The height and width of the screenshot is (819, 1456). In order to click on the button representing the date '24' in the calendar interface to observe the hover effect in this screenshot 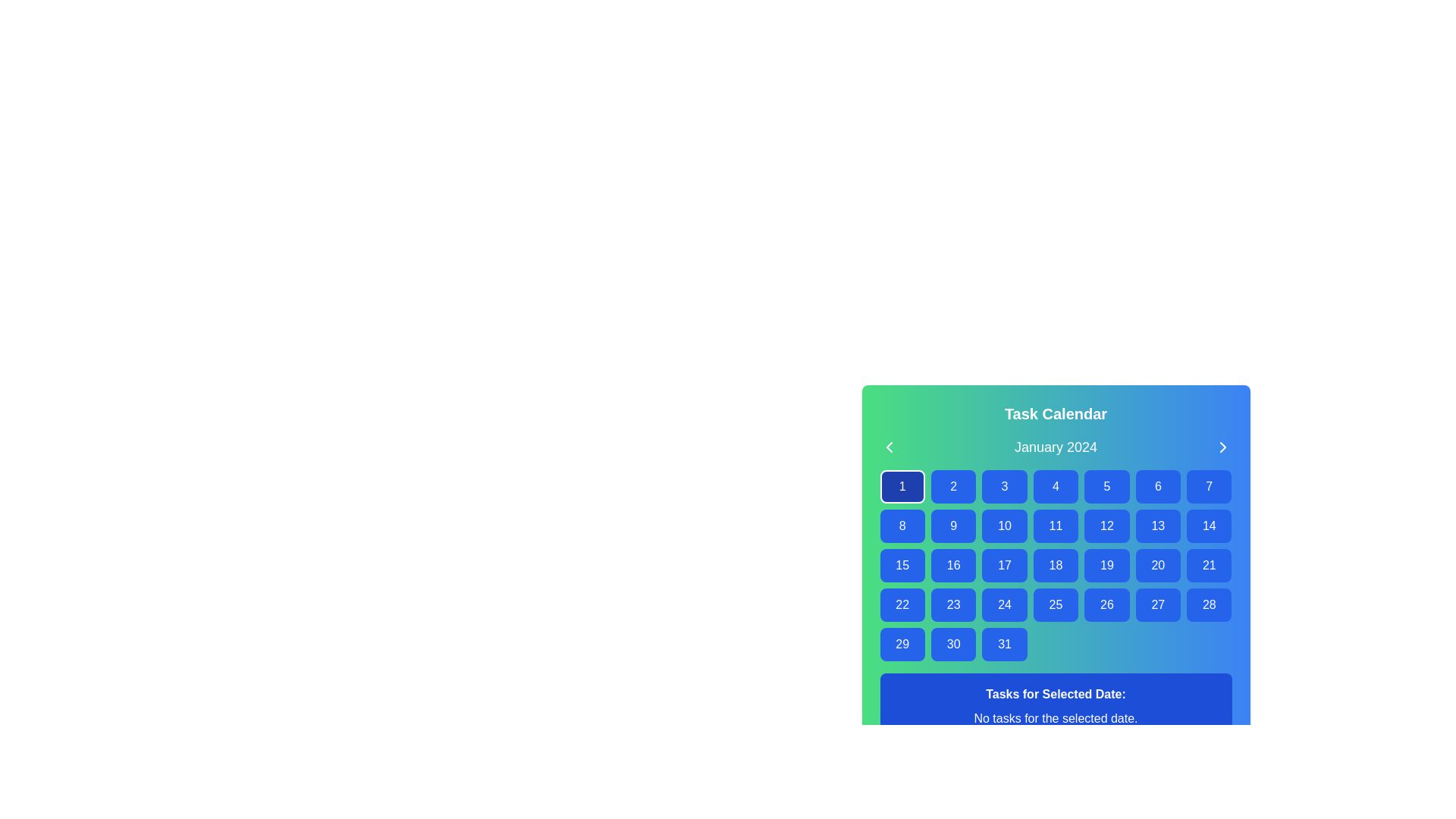, I will do `click(1004, 604)`.